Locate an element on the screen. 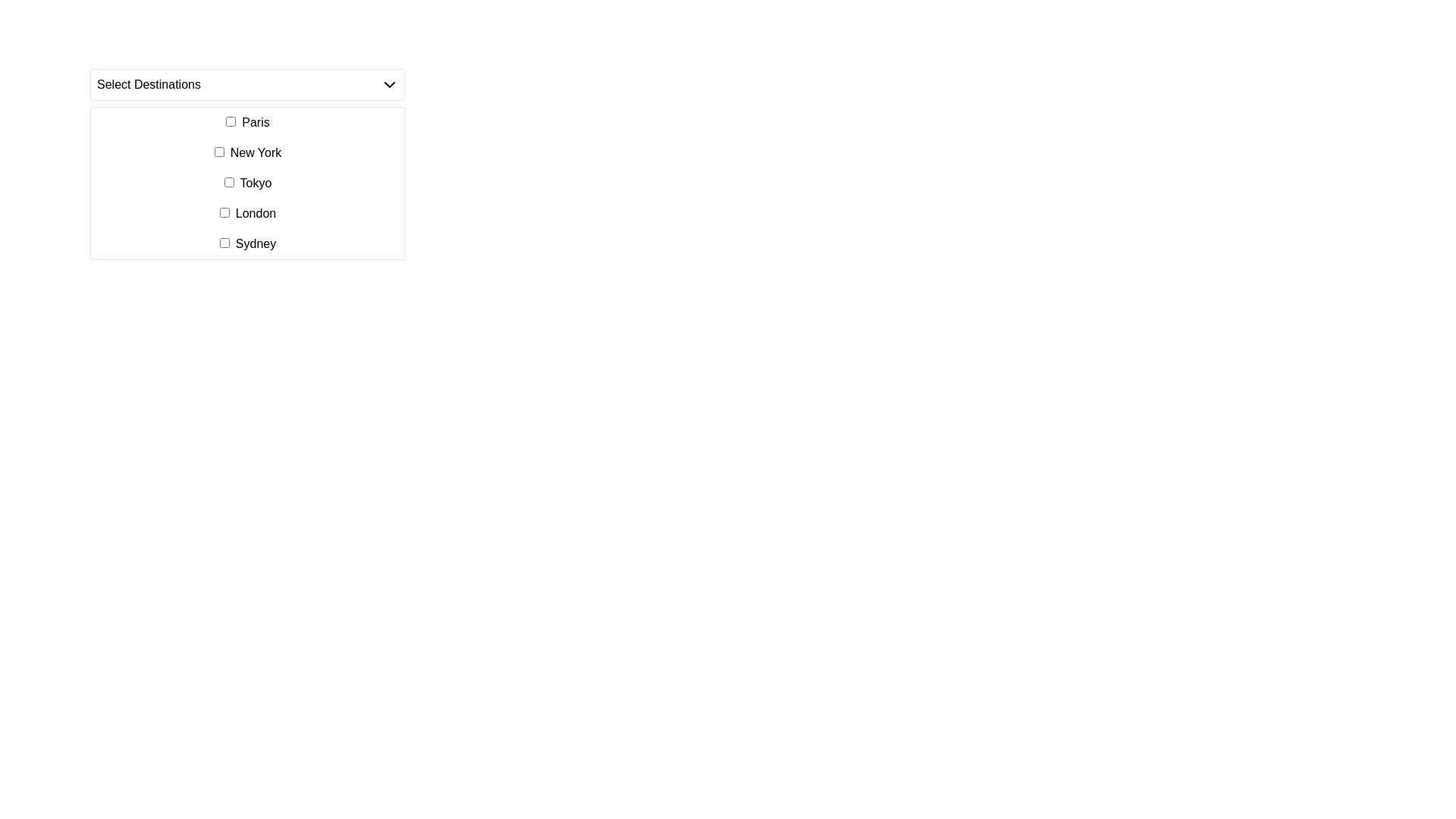 This screenshot has width=1456, height=819. the first checkbox in the list for 'Select Destinations' that precedes the label 'Paris' by navigating to its center point is located at coordinates (230, 121).